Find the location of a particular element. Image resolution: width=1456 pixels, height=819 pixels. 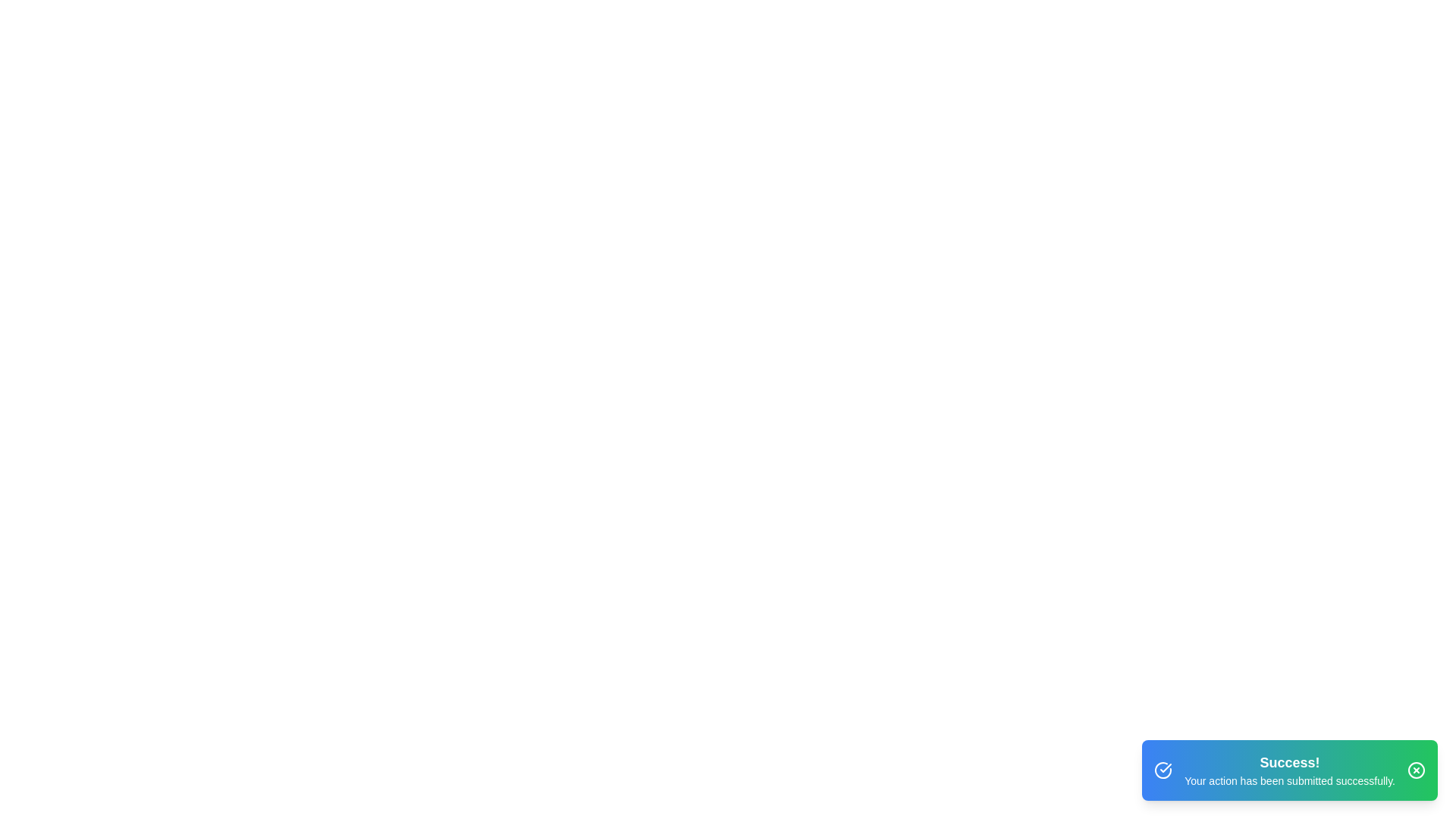

the notification icon to highlight it is located at coordinates (1163, 770).